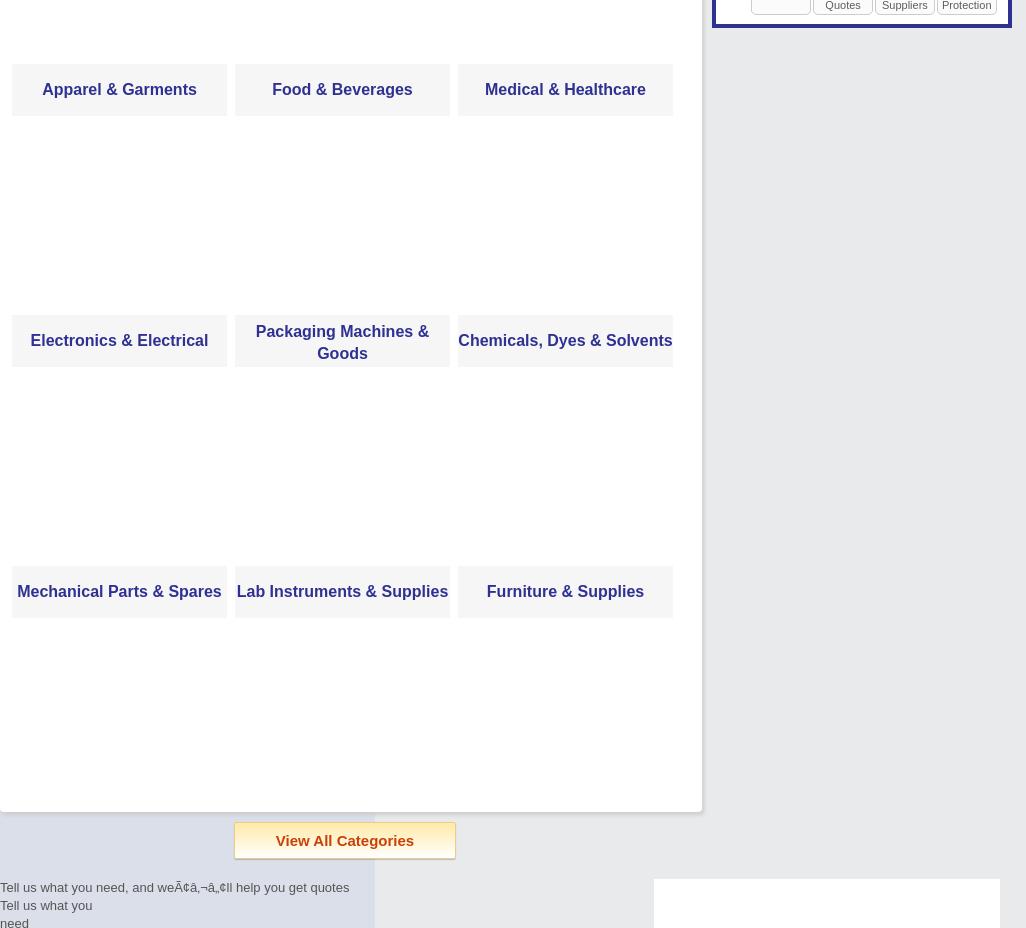 Image resolution: width=1026 pixels, height=928 pixels. Describe the element at coordinates (45, 905) in the screenshot. I see `'Tell us what you'` at that location.